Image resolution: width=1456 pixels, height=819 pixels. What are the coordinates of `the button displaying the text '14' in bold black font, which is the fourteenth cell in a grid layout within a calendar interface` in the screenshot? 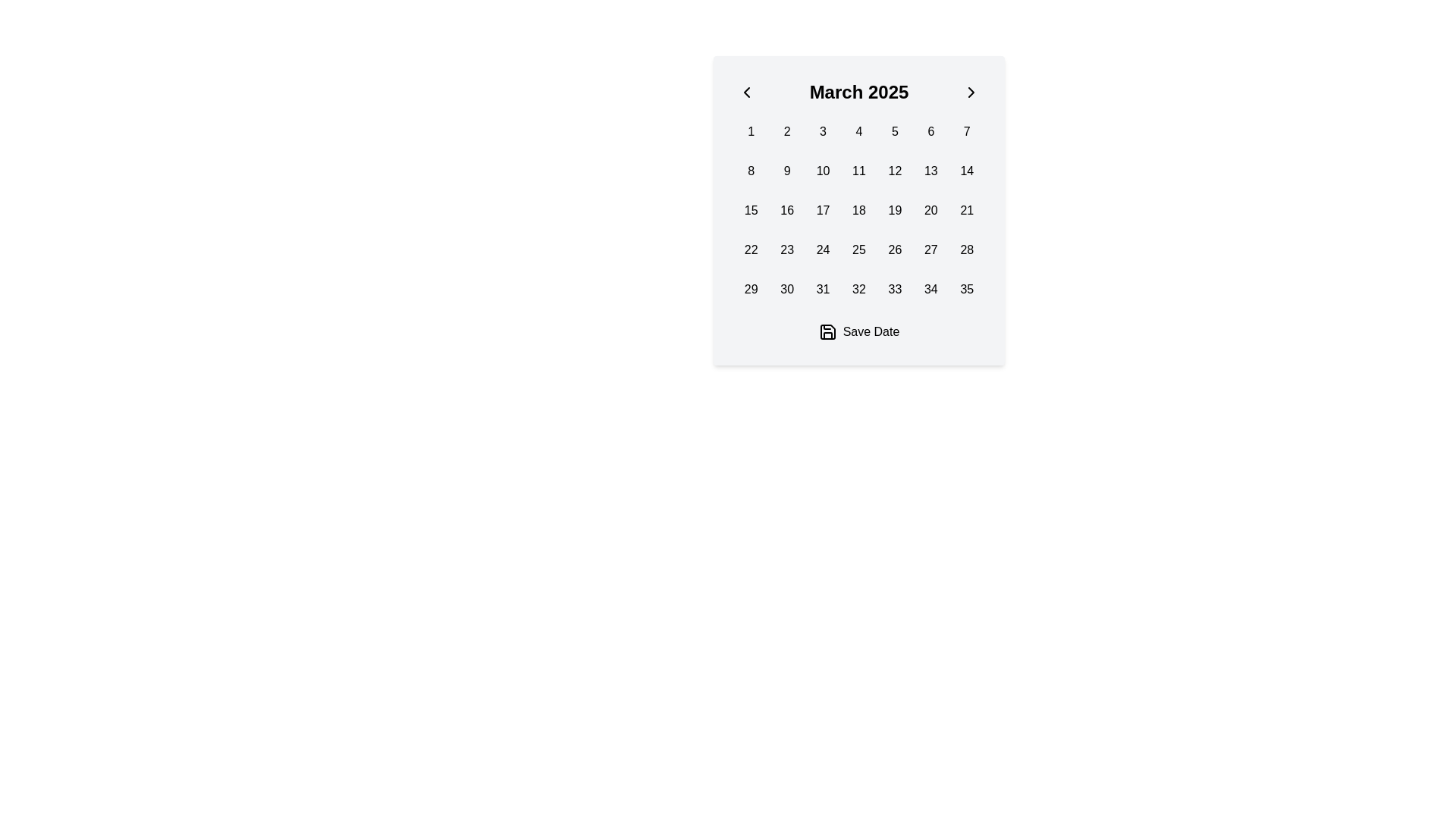 It's located at (966, 171).